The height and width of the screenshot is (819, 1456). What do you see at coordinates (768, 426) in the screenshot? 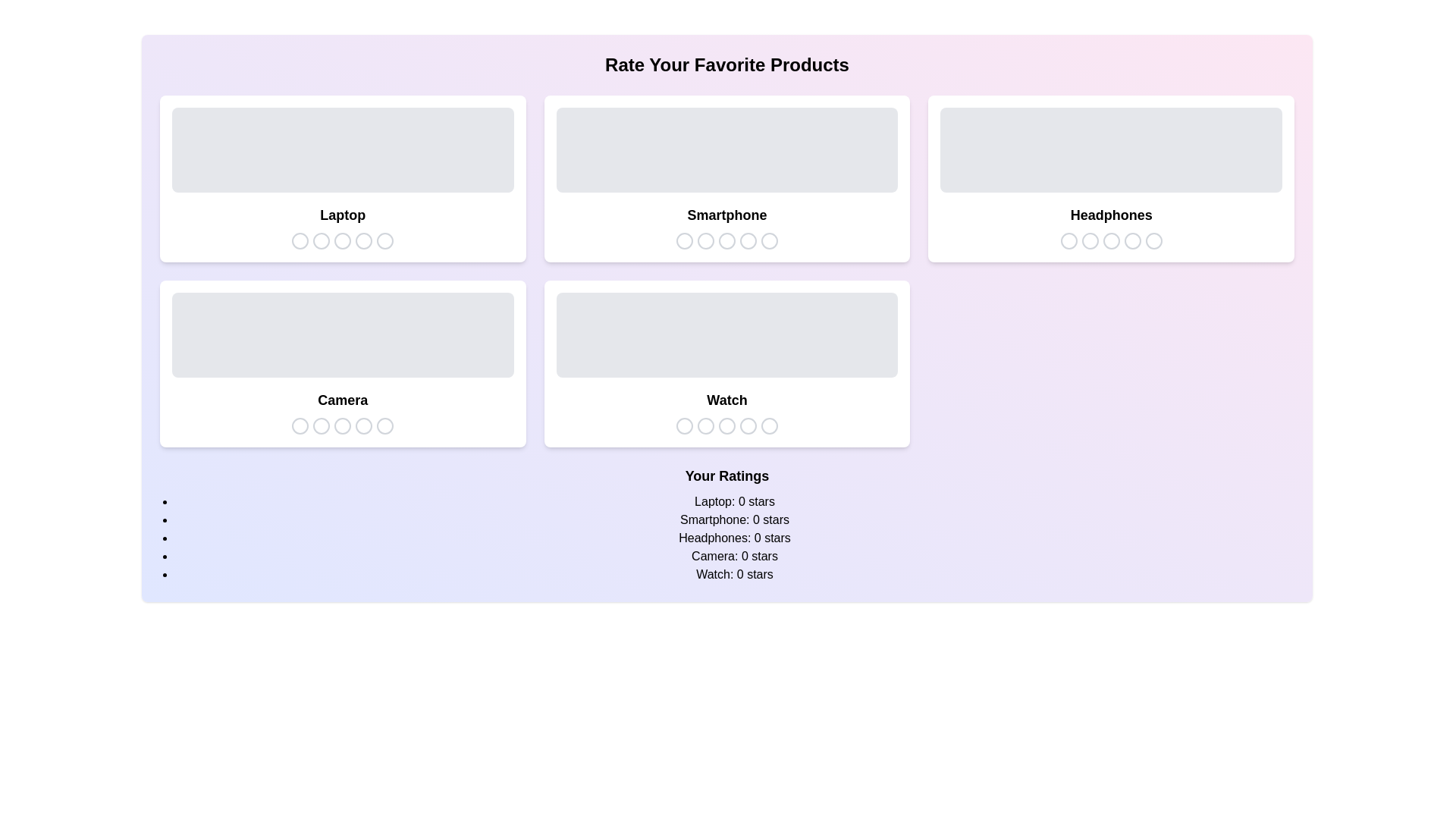
I see `the star icon corresponding to 5 stars for the product Watch` at bounding box center [768, 426].